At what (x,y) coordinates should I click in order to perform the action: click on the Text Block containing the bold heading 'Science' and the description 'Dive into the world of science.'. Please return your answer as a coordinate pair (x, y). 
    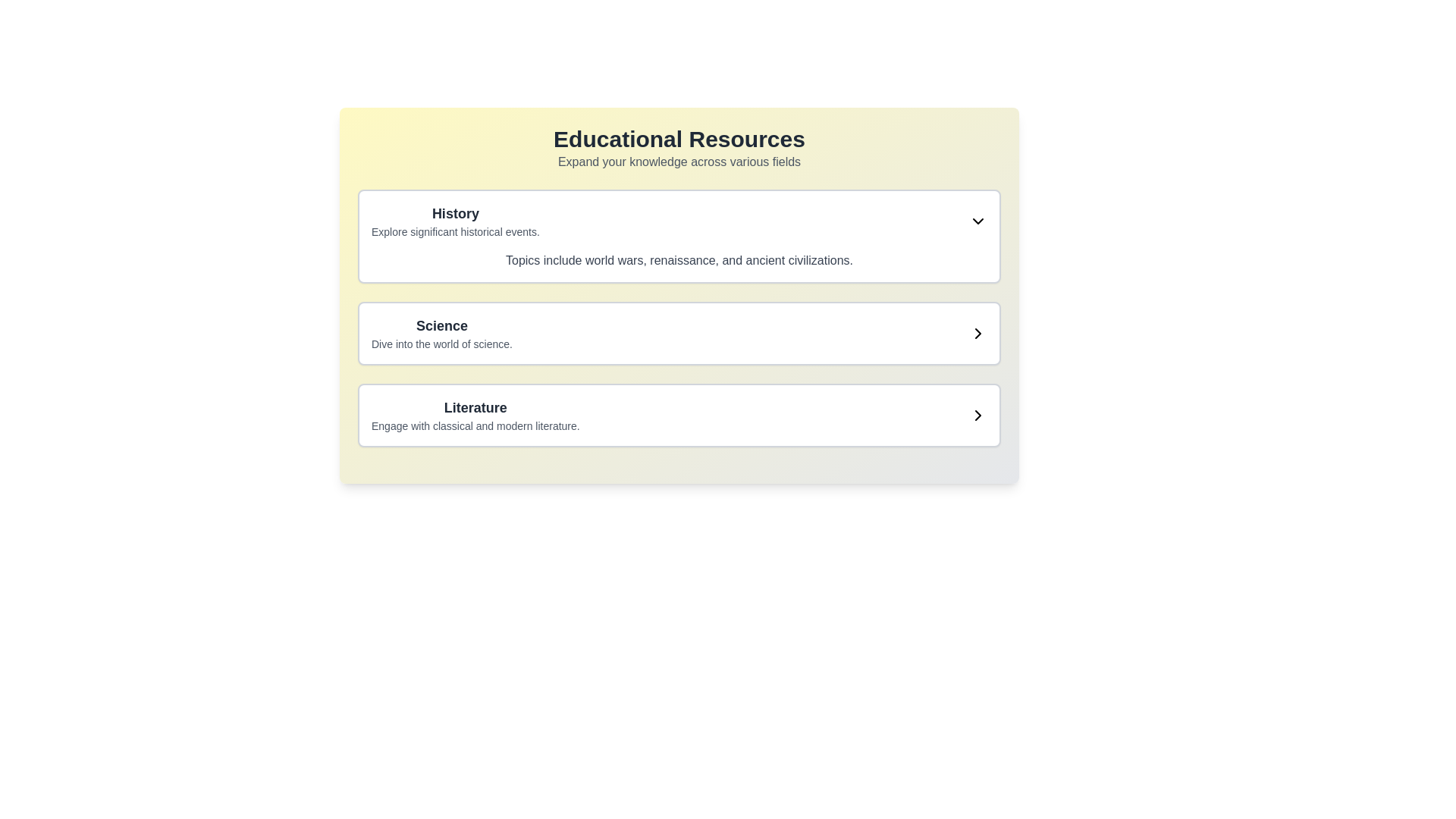
    Looking at the image, I should click on (441, 332).